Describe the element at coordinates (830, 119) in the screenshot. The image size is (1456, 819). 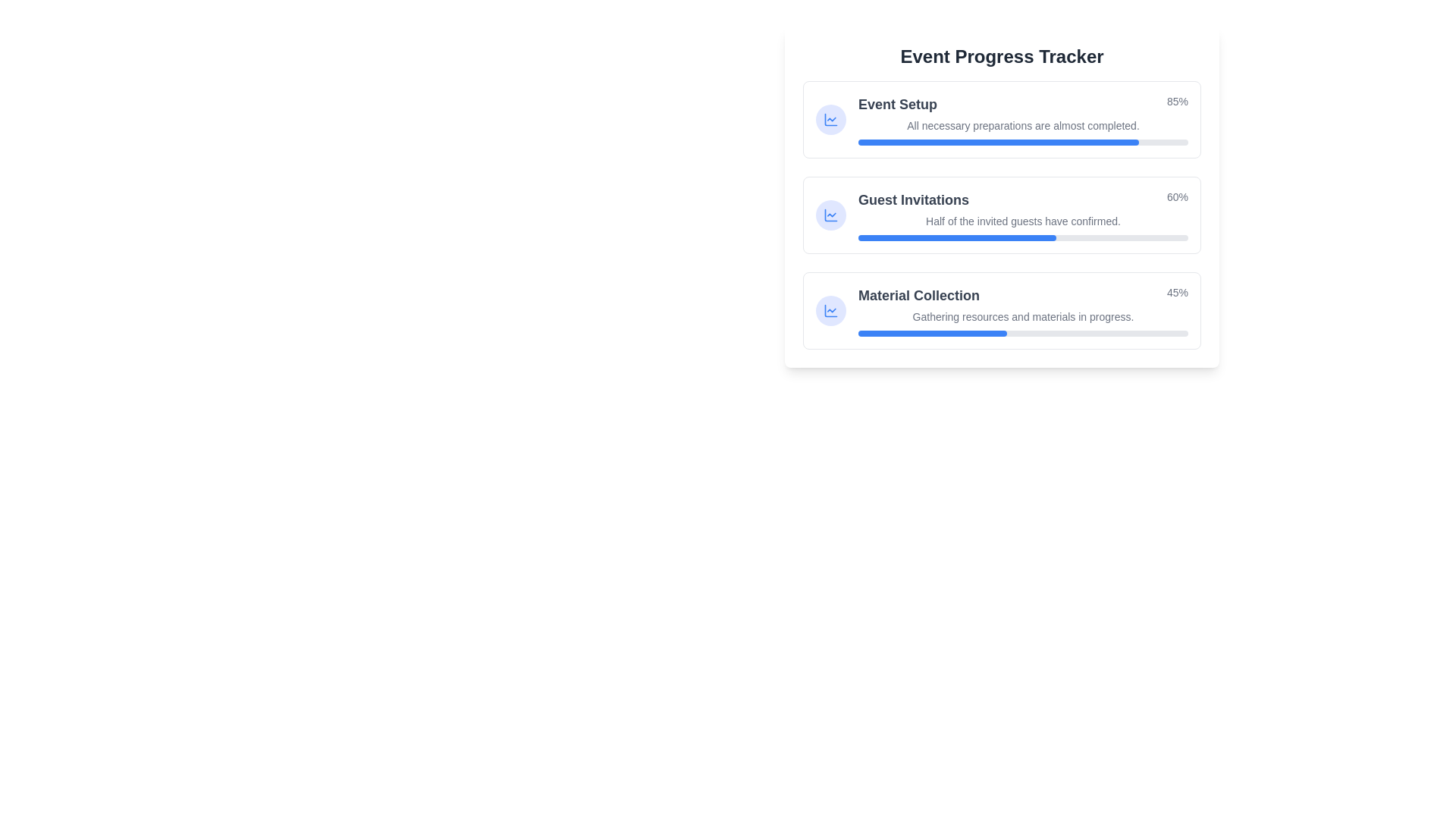
I see `the outlined line chart icon with a blue stroke located to the left of the text 'Material Collection'` at that location.